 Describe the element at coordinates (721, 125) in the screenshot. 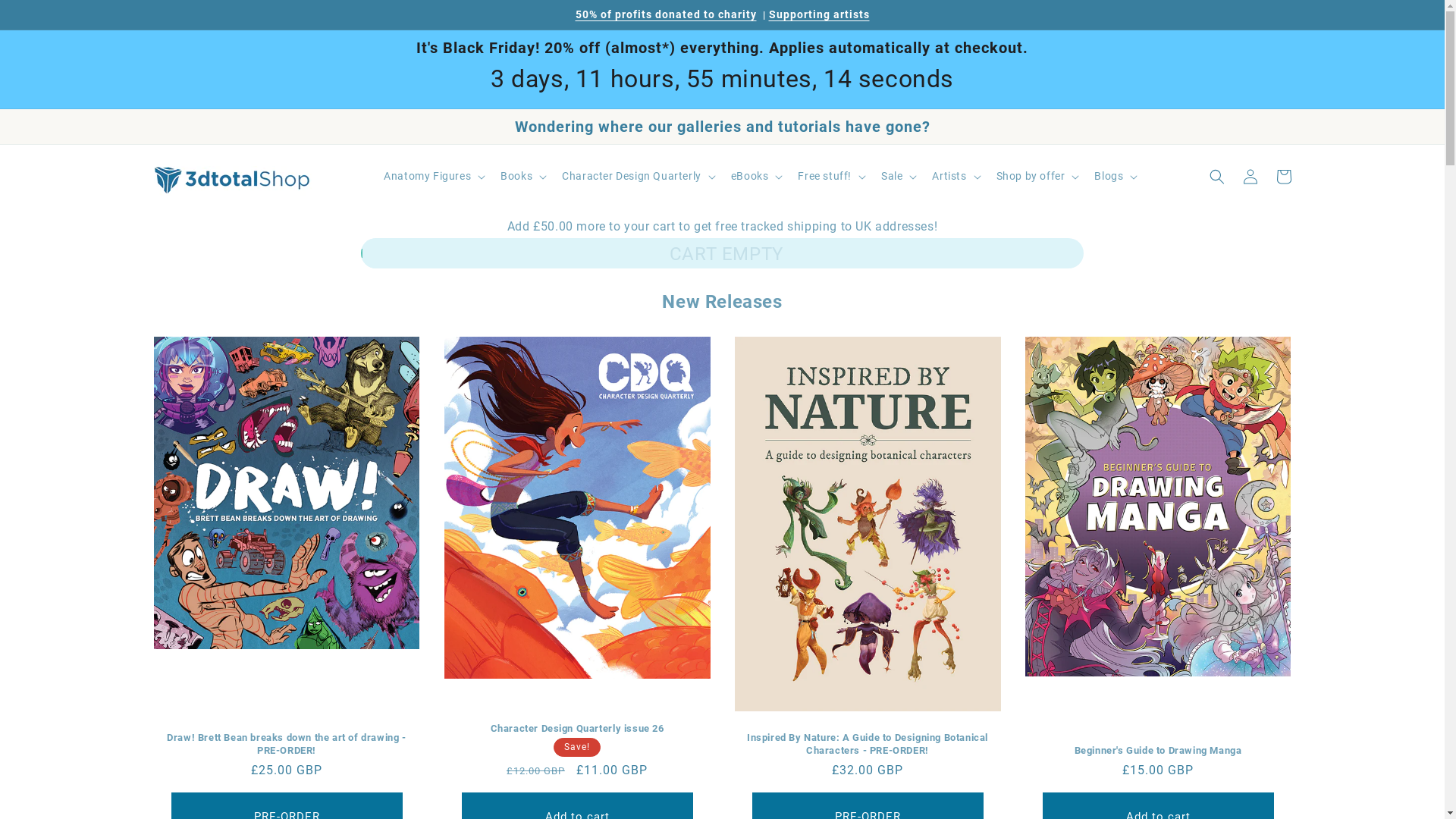

I see `'Wondering where our galleries and tutorials have gone?'` at that location.